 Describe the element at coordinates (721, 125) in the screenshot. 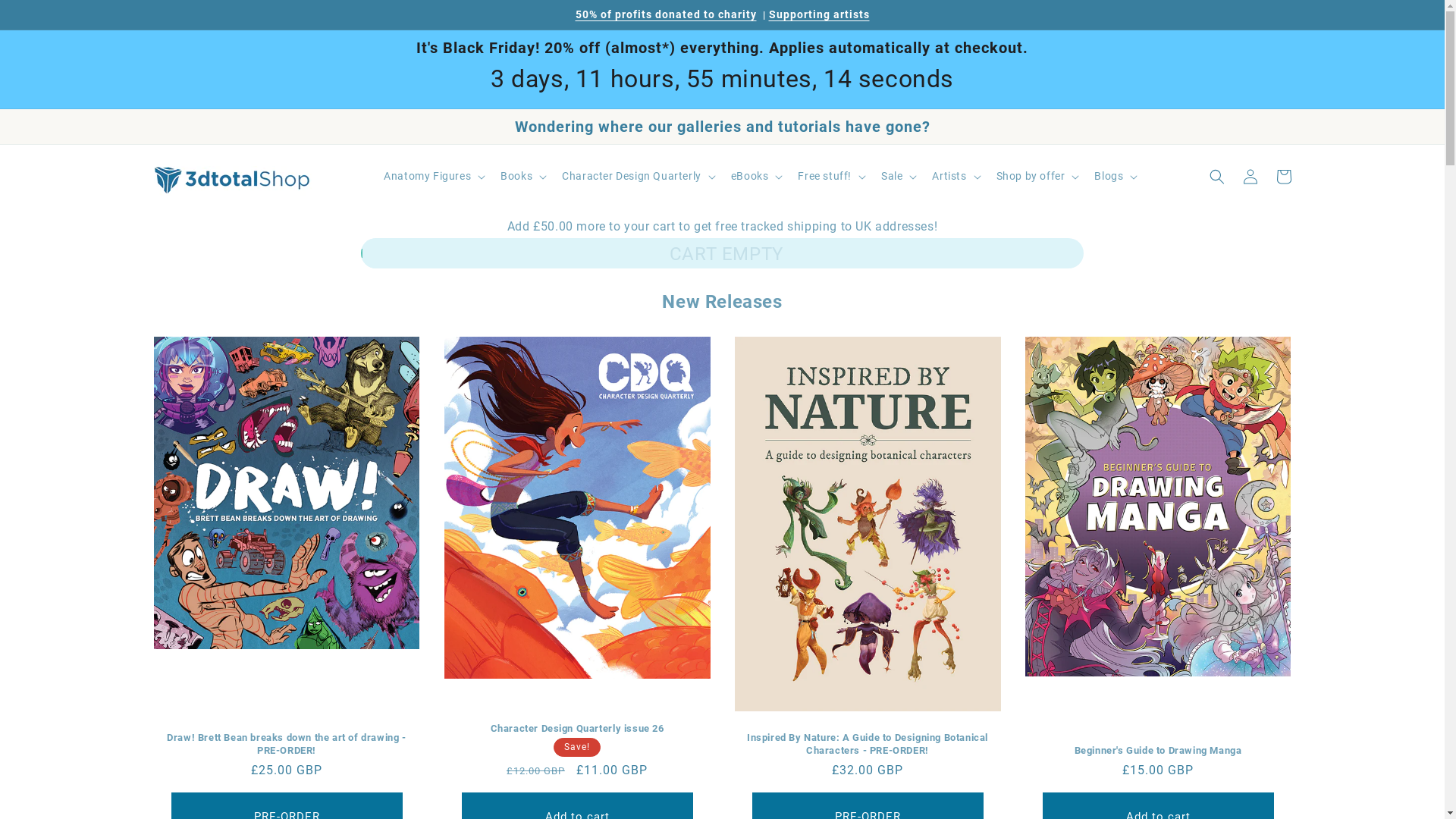

I see `'Wondering where our galleries and tutorials have gone?'` at that location.